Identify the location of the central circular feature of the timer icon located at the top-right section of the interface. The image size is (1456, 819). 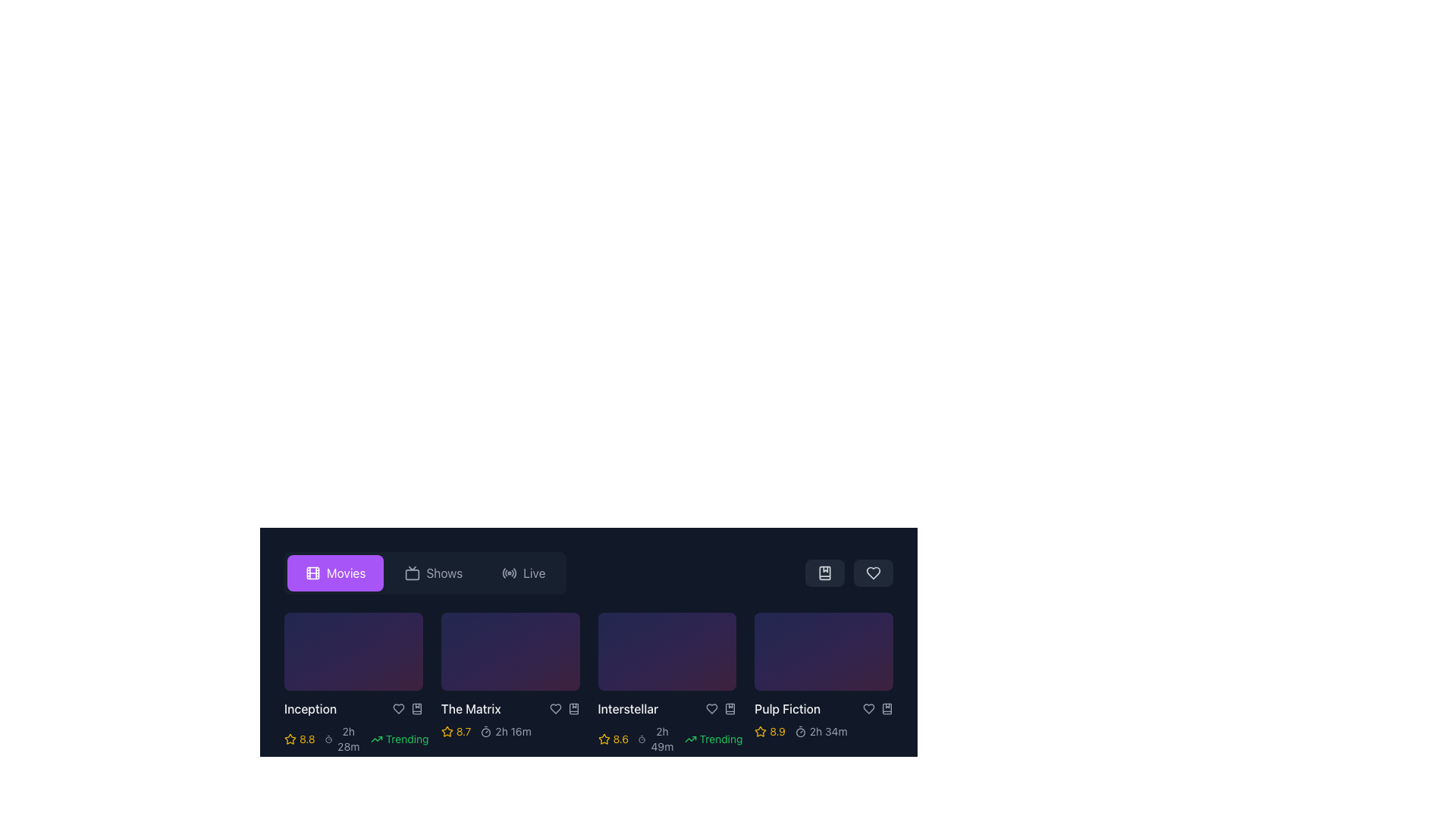
(799, 732).